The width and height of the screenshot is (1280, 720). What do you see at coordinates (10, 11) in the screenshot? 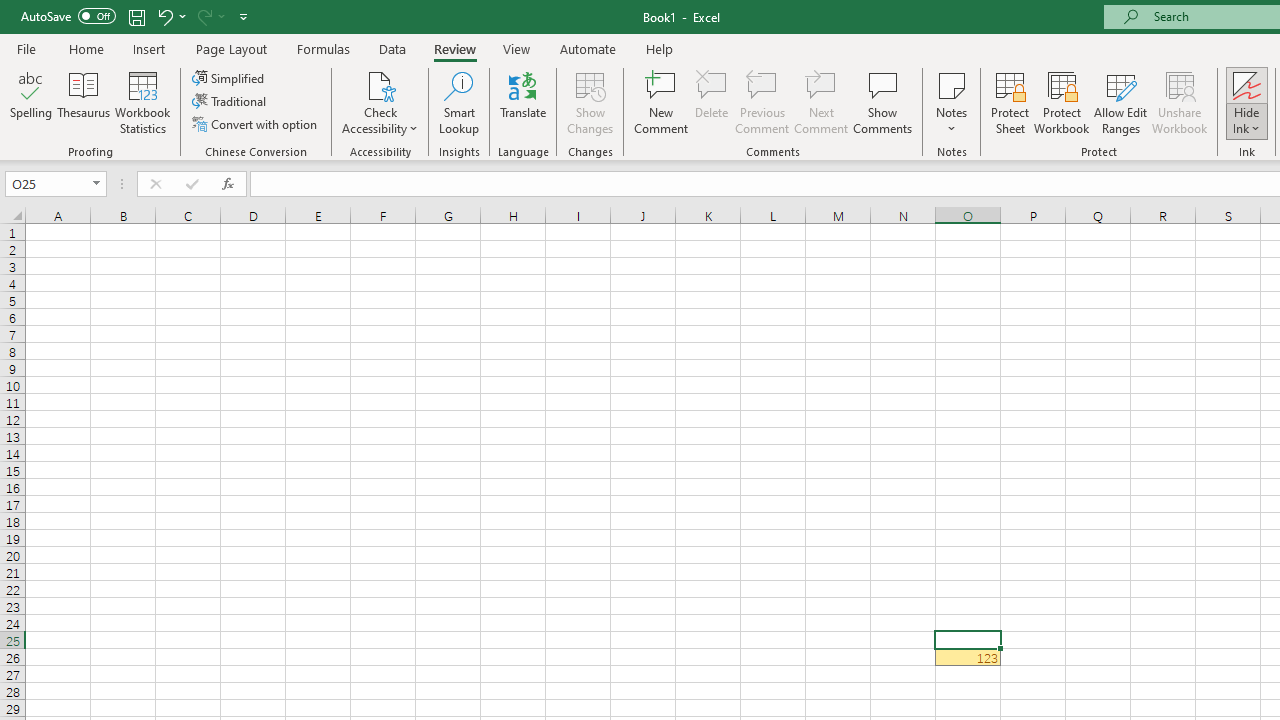
I see `'System'` at bounding box center [10, 11].